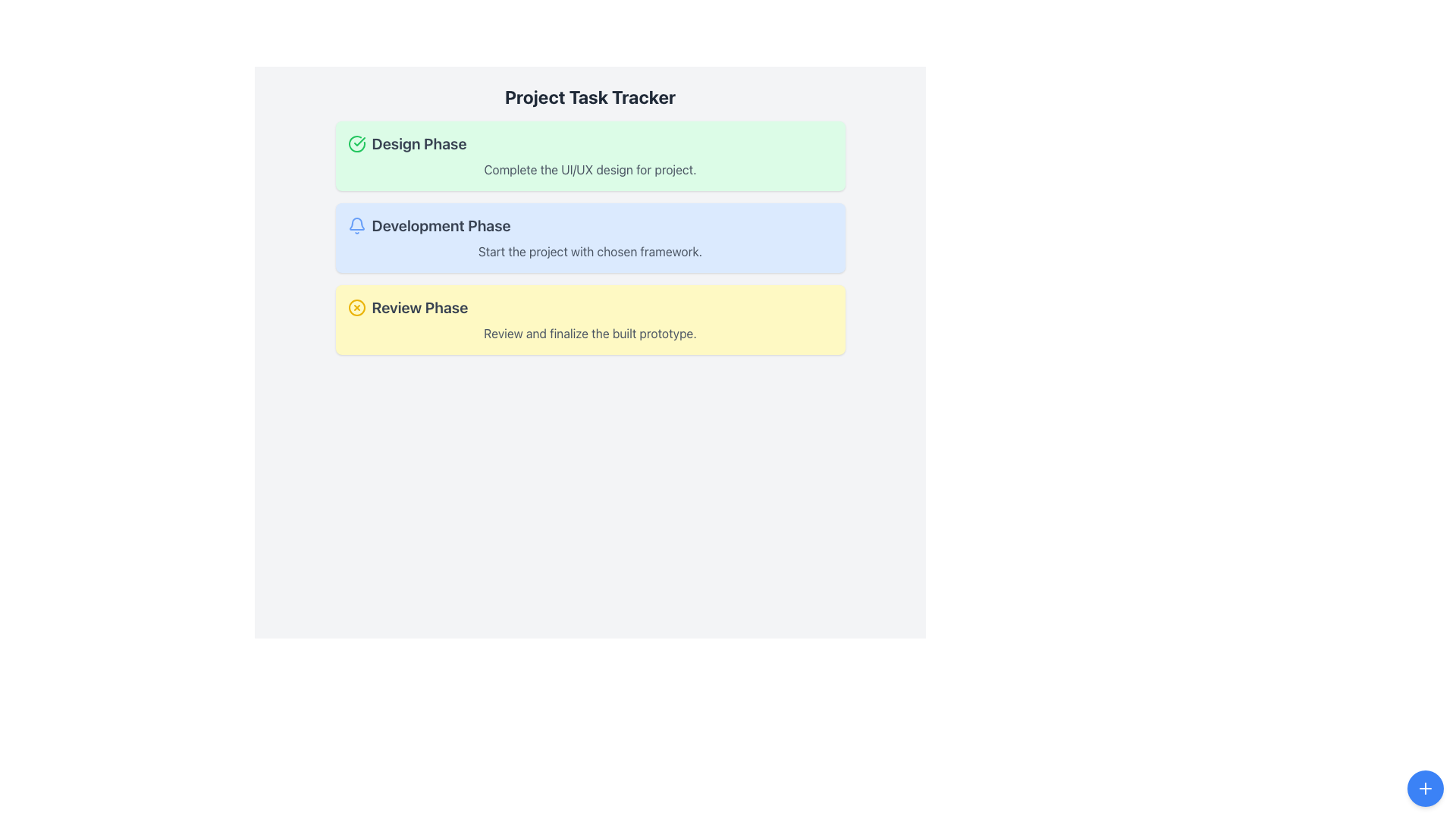  What do you see at coordinates (589, 155) in the screenshot?
I see `the 'Design Phase' informational card, which indicates progress in the project tracker and is the first item in a vertical list` at bounding box center [589, 155].